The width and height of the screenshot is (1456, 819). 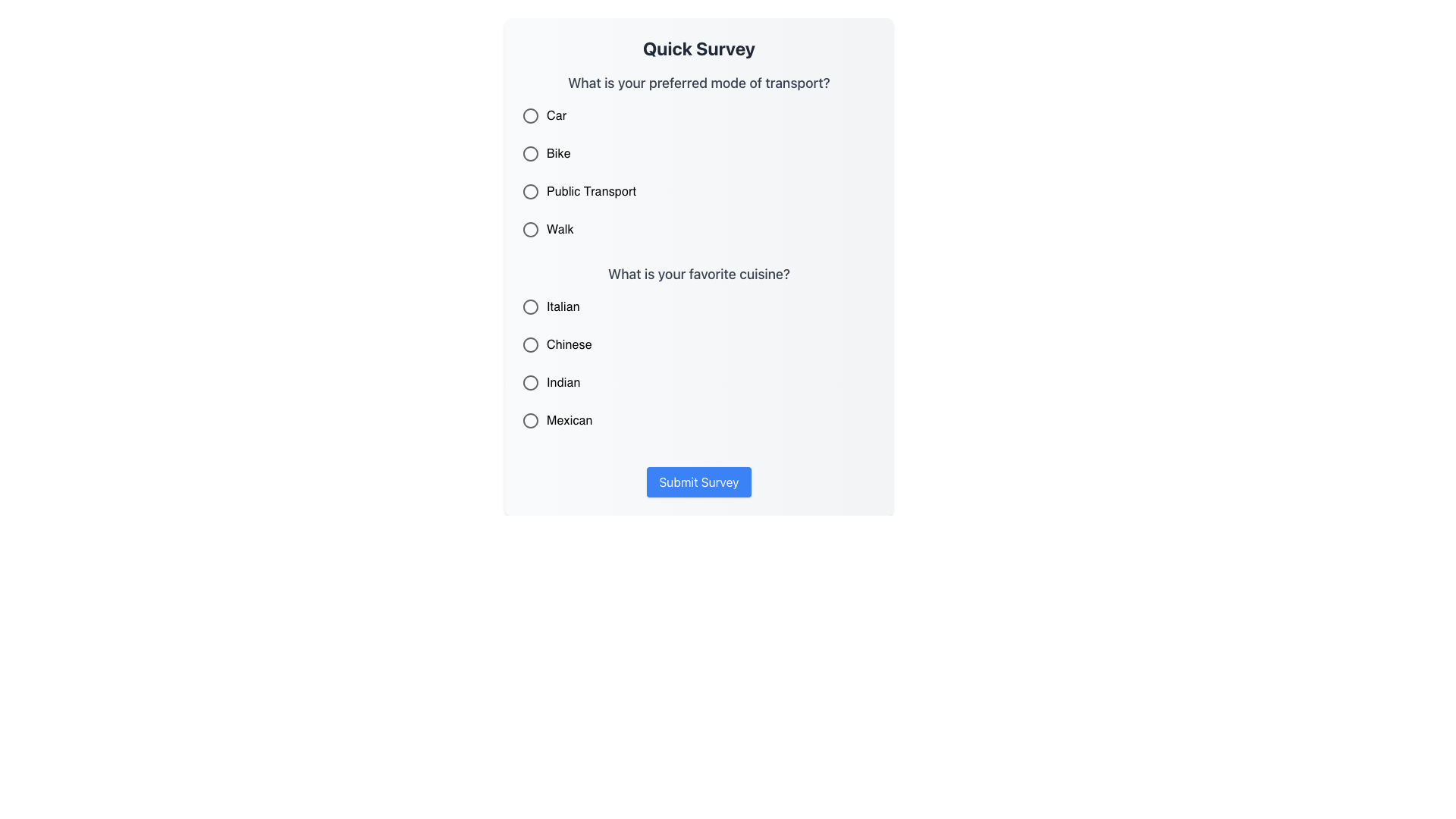 I want to click on the radio button labeled 'Mexican', so click(x=531, y=421).